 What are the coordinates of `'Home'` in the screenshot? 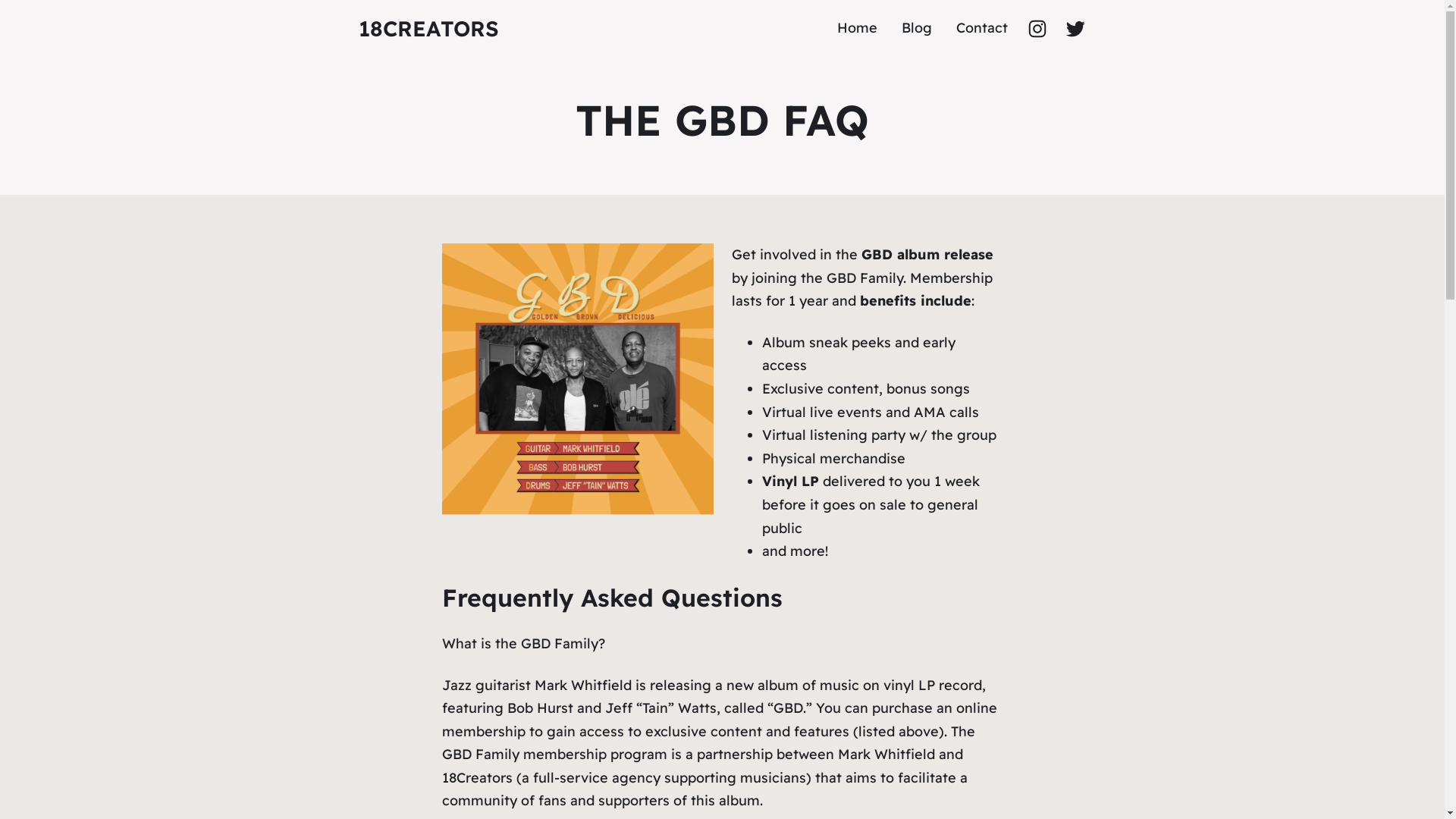 It's located at (857, 28).